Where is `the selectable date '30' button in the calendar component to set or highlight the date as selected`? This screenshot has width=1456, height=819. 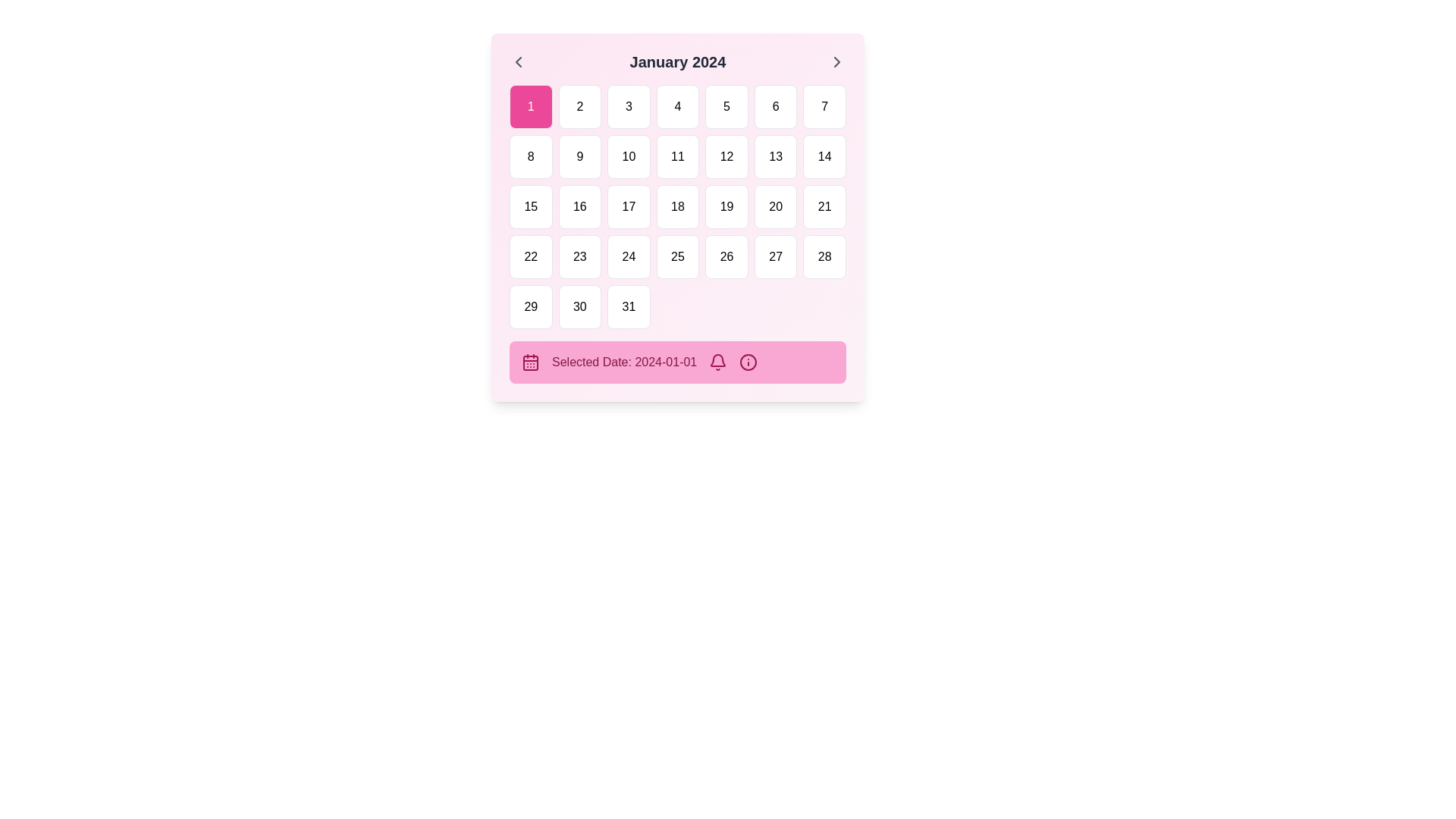
the selectable date '30' button in the calendar component to set or highlight the date as selected is located at coordinates (579, 307).